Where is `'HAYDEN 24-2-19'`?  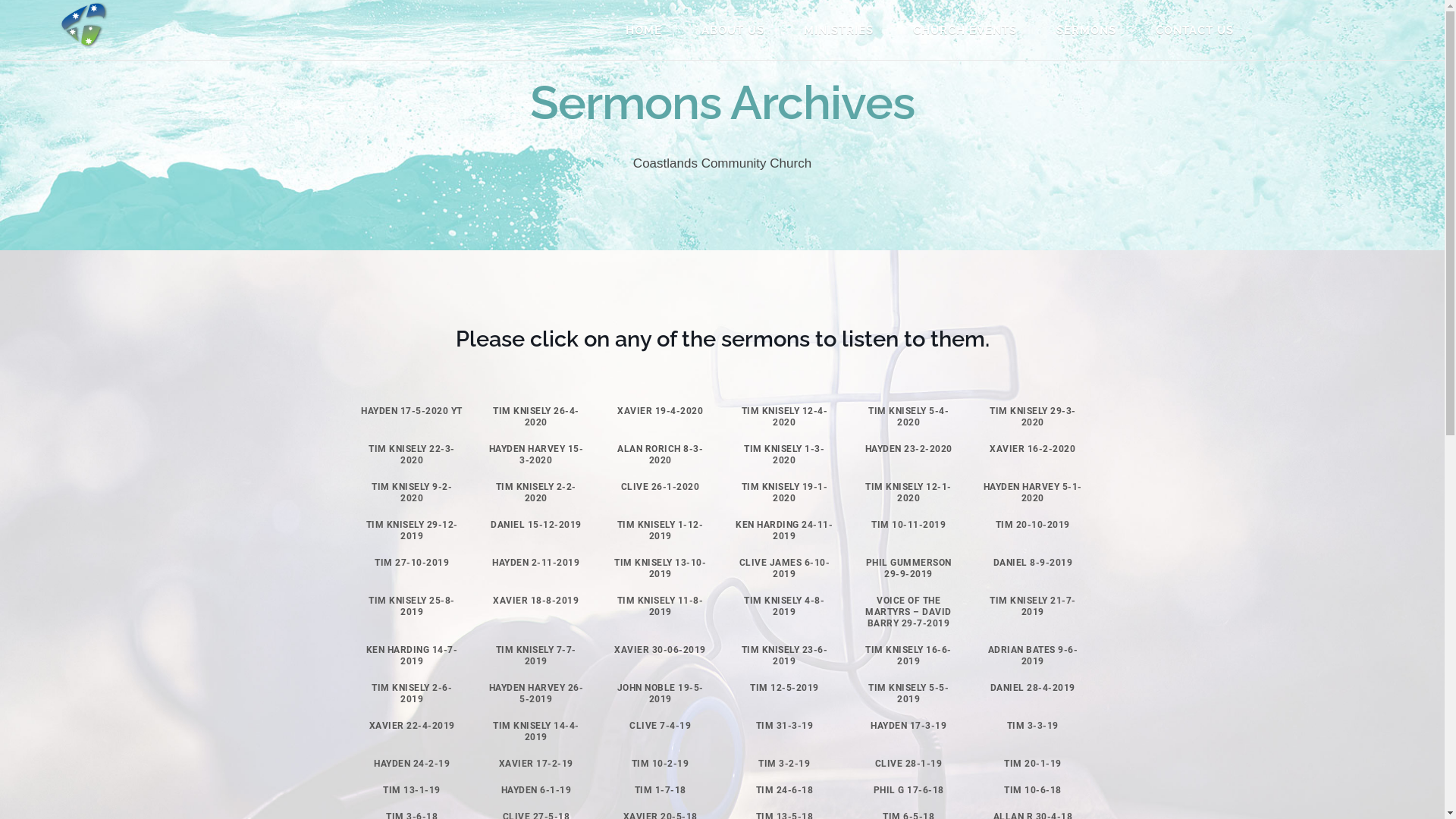
'HAYDEN 24-2-19' is located at coordinates (374, 763).